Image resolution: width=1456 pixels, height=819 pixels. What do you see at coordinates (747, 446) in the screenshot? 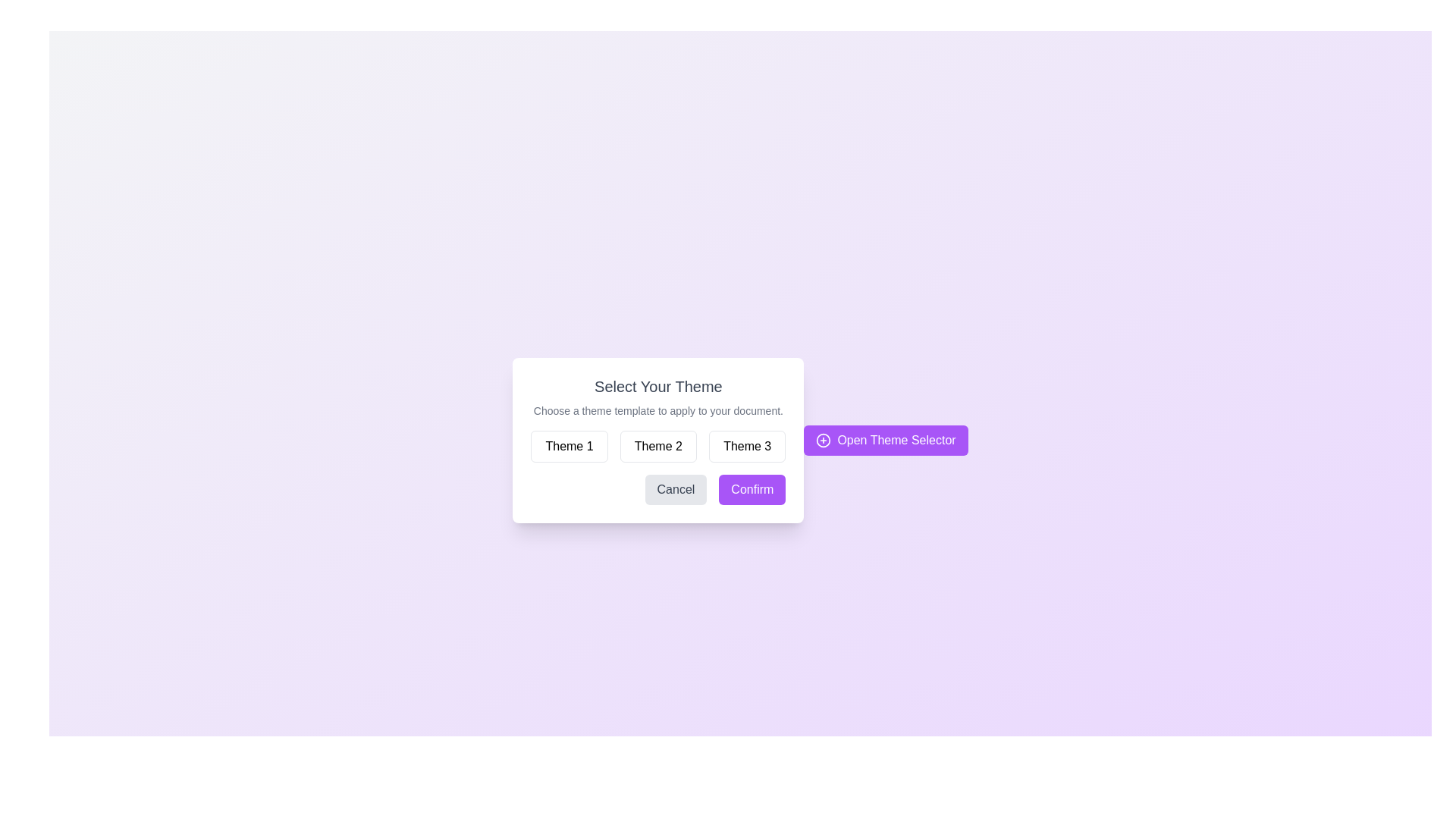
I see `the third selectable button labeled 'Theme 3' located in the bottom-right corner of the modal dialog box` at bounding box center [747, 446].